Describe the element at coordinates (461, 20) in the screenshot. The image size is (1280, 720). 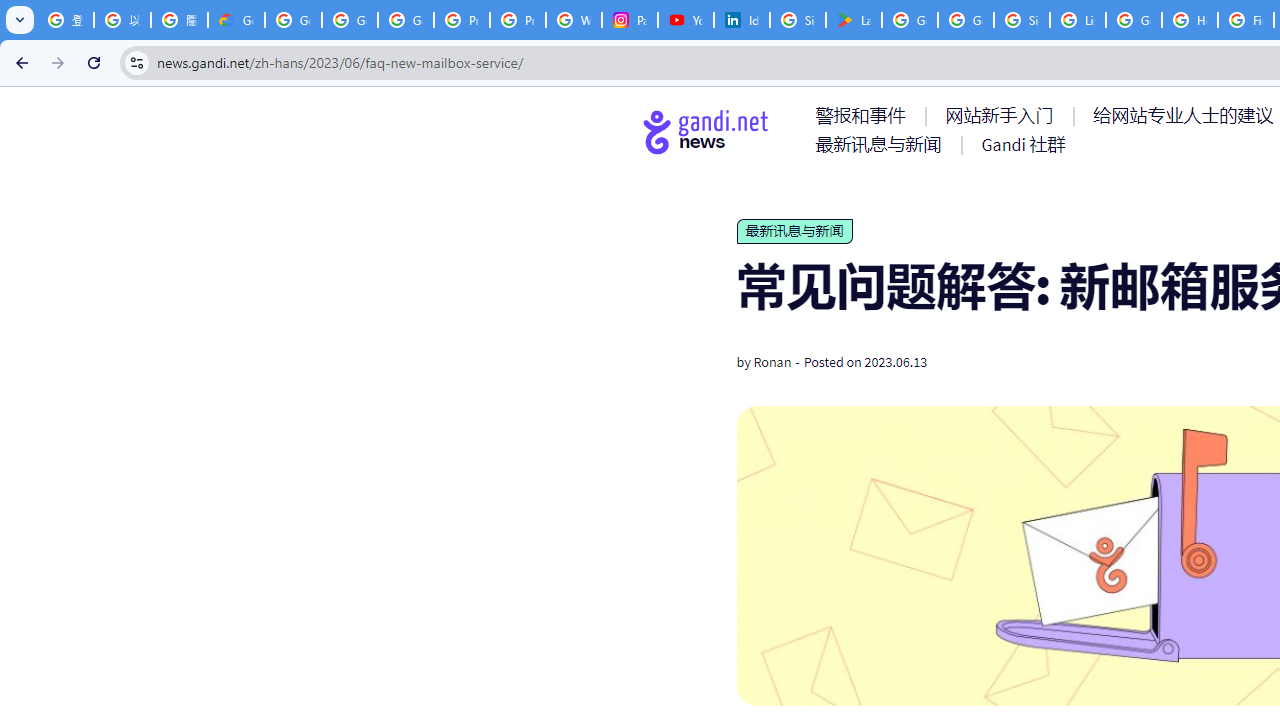
I see `'Privacy Help Center - Policies Help'` at that location.